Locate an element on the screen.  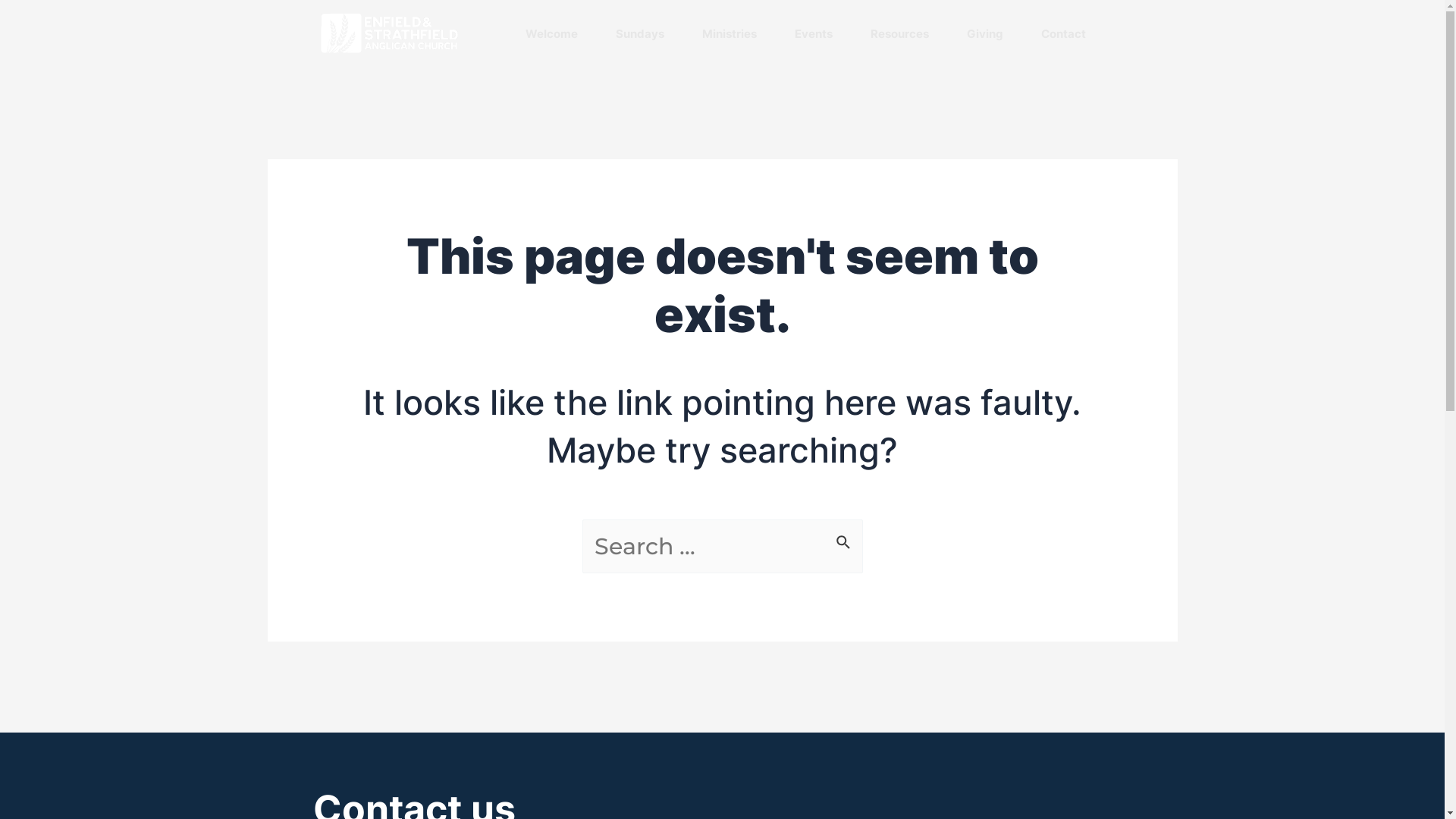
'Events' is located at coordinates (813, 33).